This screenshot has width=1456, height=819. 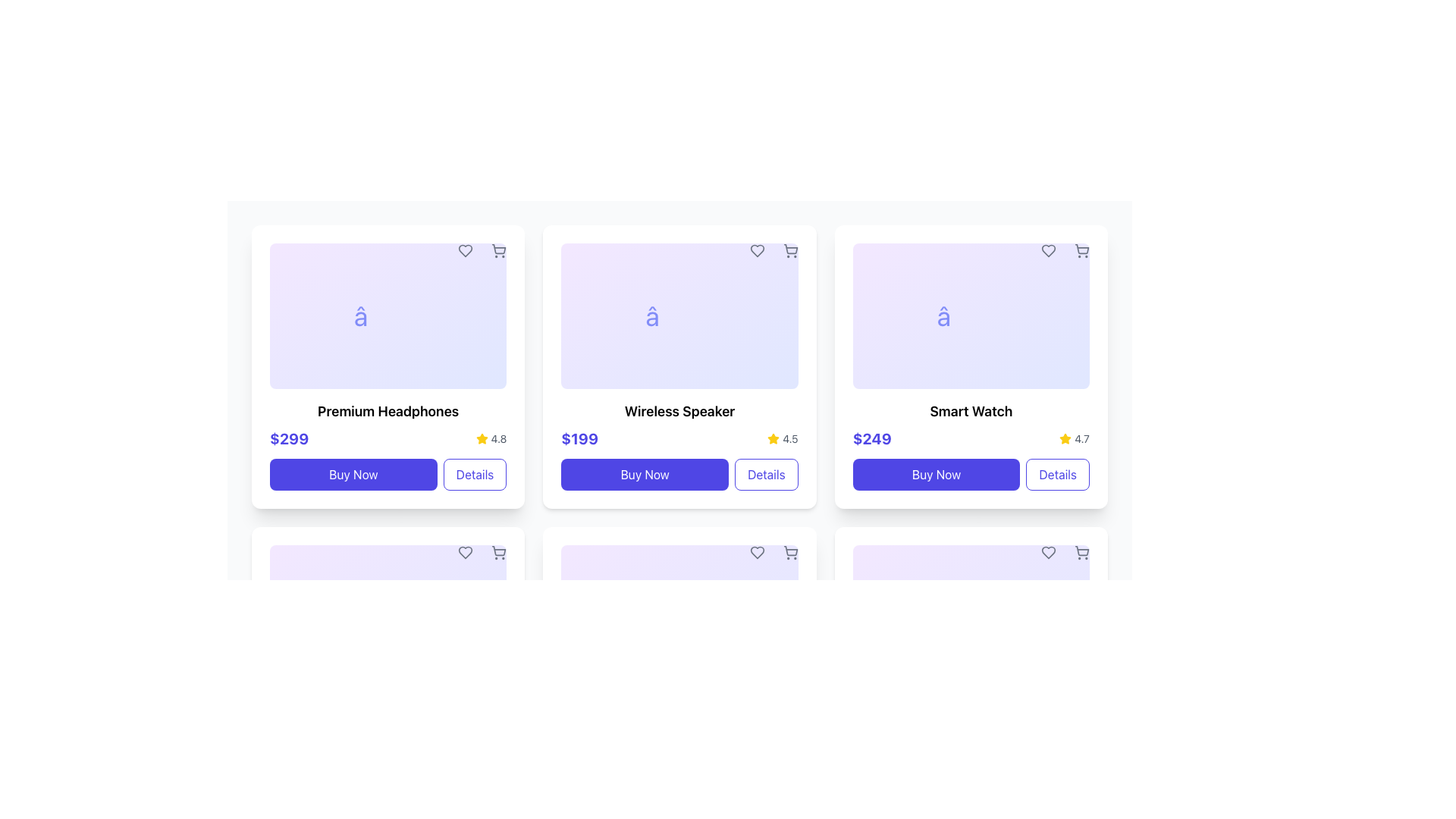 I want to click on the rating display showing '4.5' next to the yellow star icon in the second product card ('Wireless Speaker'), so click(x=783, y=438).